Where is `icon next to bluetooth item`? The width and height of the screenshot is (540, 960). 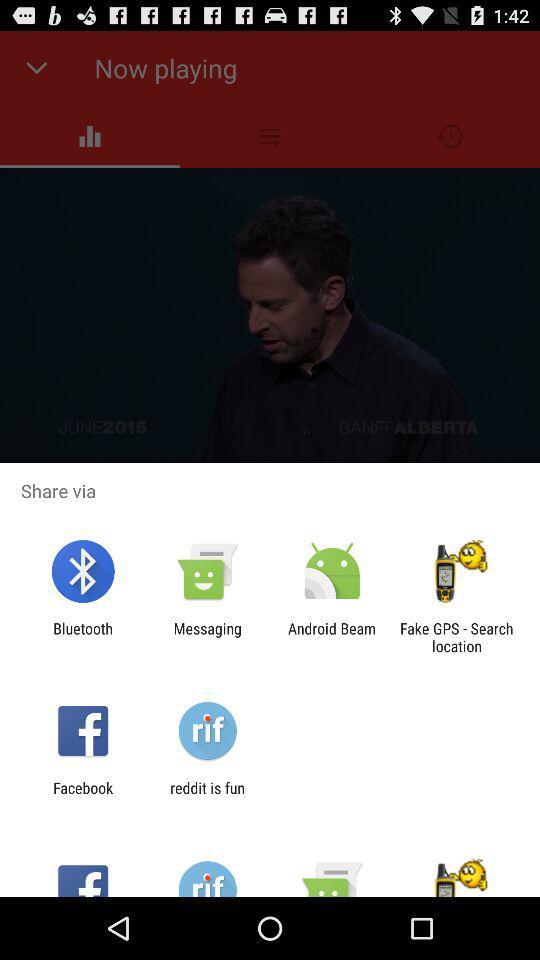 icon next to bluetooth item is located at coordinates (206, 636).